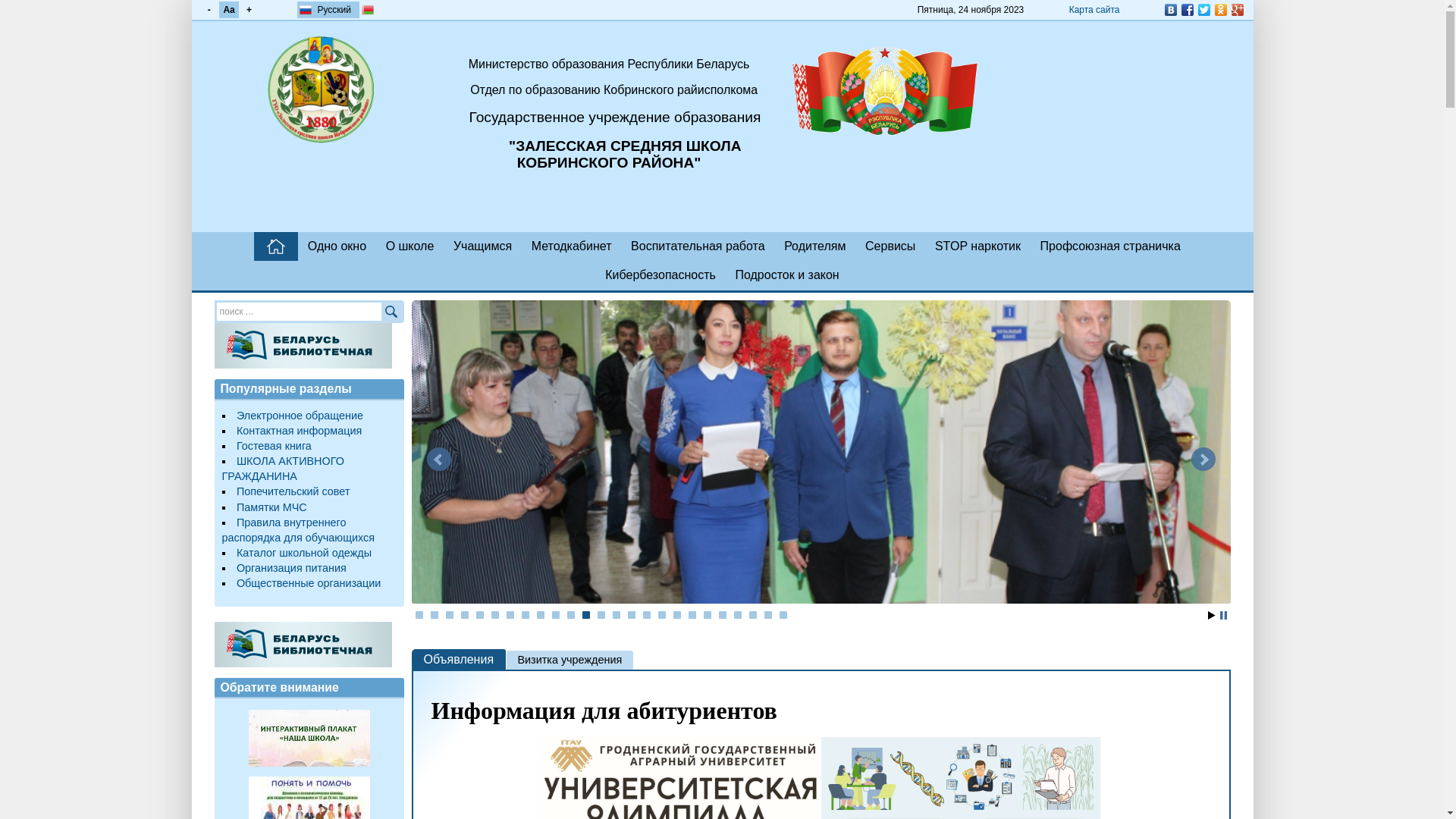 This screenshot has width=1456, height=819. Describe the element at coordinates (783, 614) in the screenshot. I see `'25'` at that location.